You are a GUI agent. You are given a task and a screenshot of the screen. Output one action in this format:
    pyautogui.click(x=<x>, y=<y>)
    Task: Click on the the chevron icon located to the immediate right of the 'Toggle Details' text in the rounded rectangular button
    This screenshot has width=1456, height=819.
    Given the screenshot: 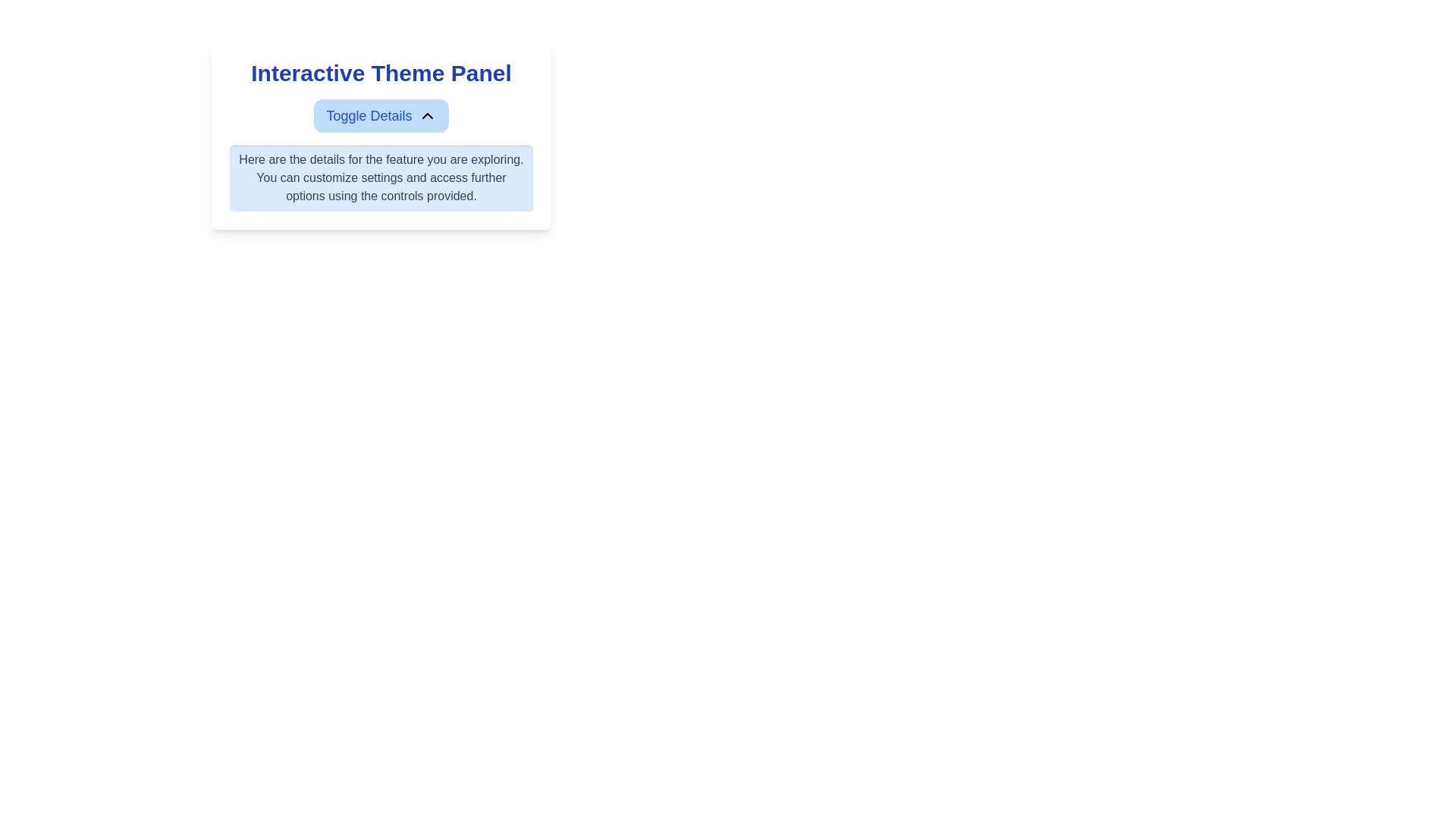 What is the action you would take?
    pyautogui.click(x=426, y=115)
    